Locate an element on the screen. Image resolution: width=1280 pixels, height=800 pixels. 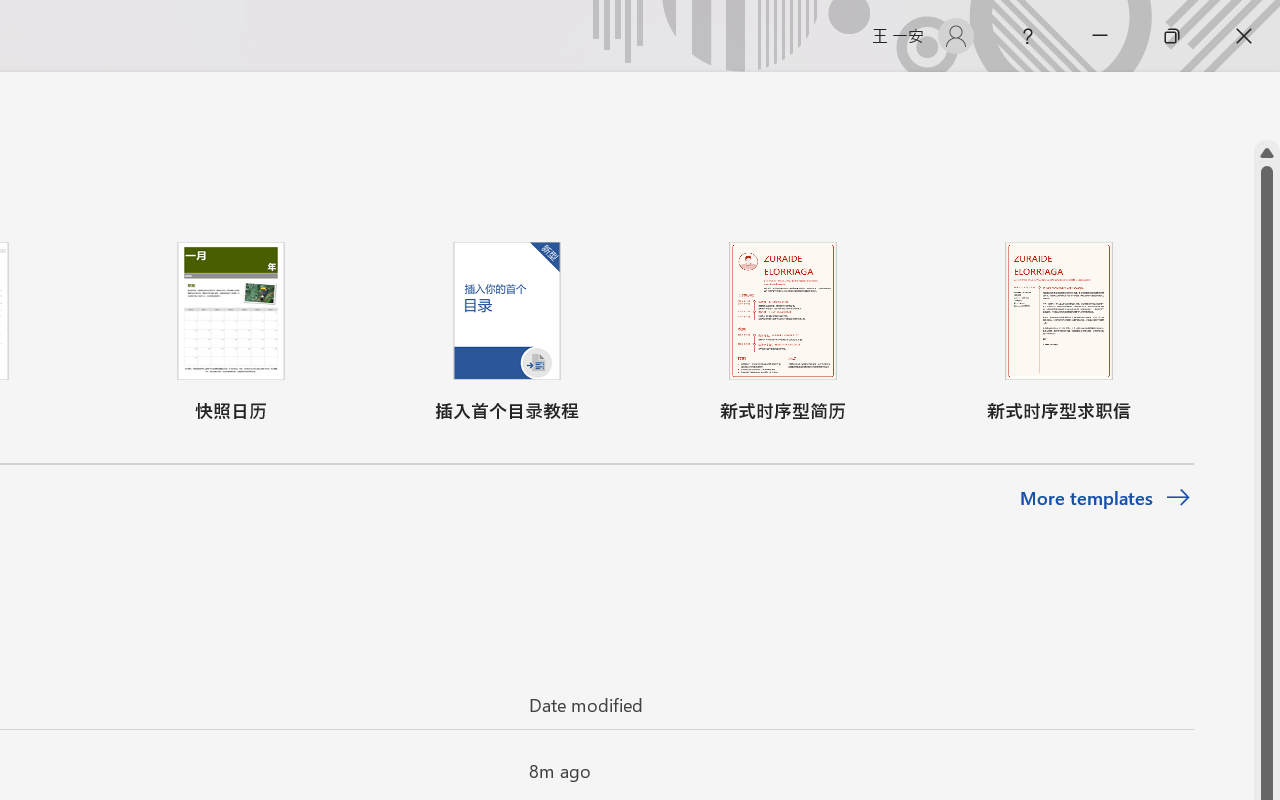
'Class: NetUIScrollBar' is located at coordinates (1266, 105).